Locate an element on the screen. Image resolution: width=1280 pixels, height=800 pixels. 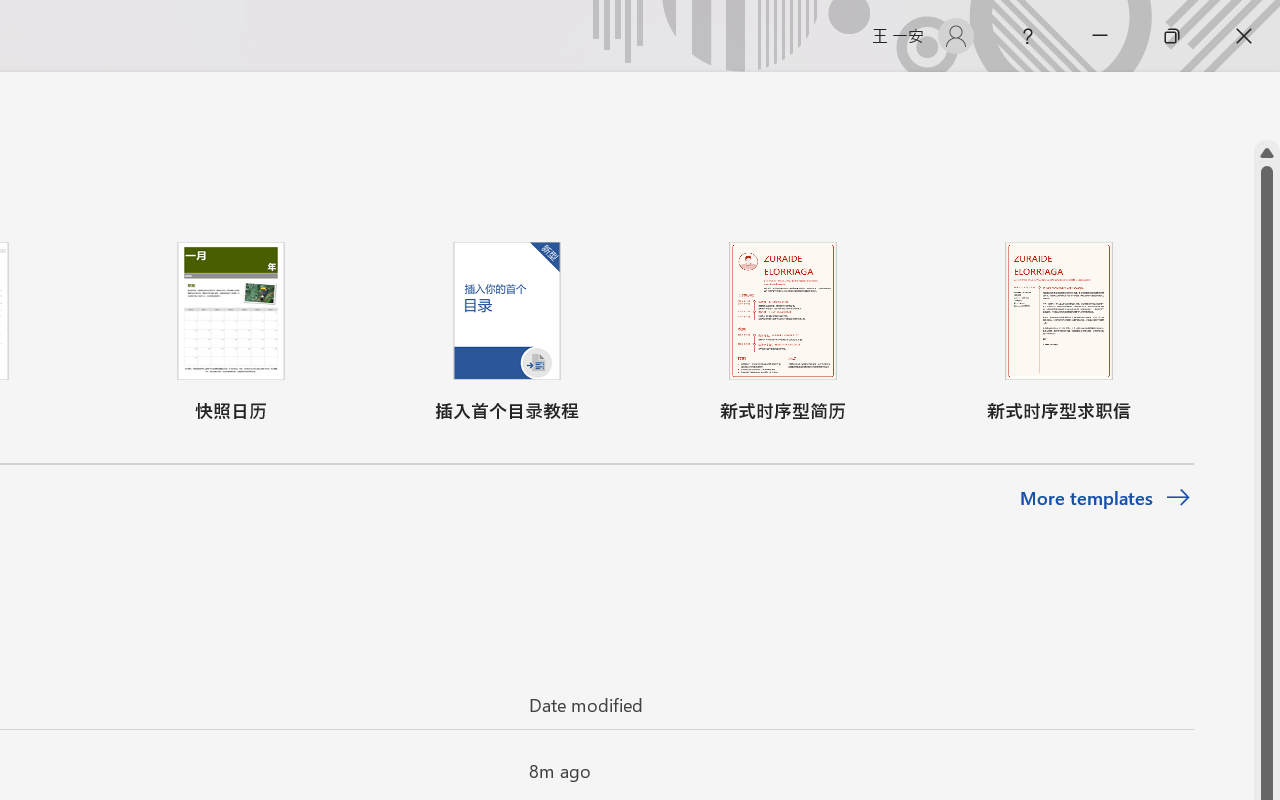
'Class: NetUIScrollBar' is located at coordinates (1266, 105).